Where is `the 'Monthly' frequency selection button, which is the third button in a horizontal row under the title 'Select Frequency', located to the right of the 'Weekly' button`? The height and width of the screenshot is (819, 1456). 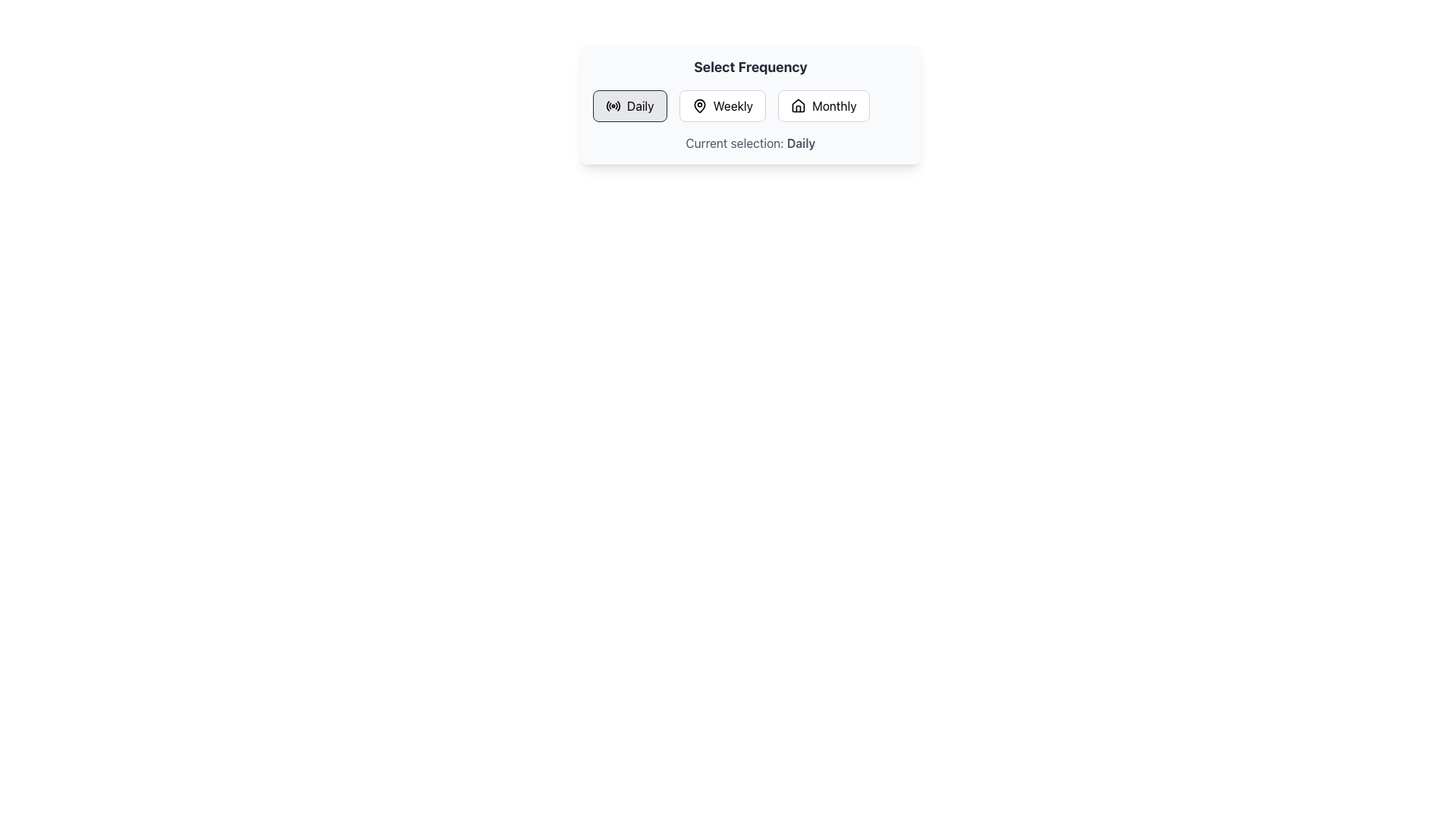
the 'Monthly' frequency selection button, which is the third button in a horizontal row under the title 'Select Frequency', located to the right of the 'Weekly' button is located at coordinates (823, 105).